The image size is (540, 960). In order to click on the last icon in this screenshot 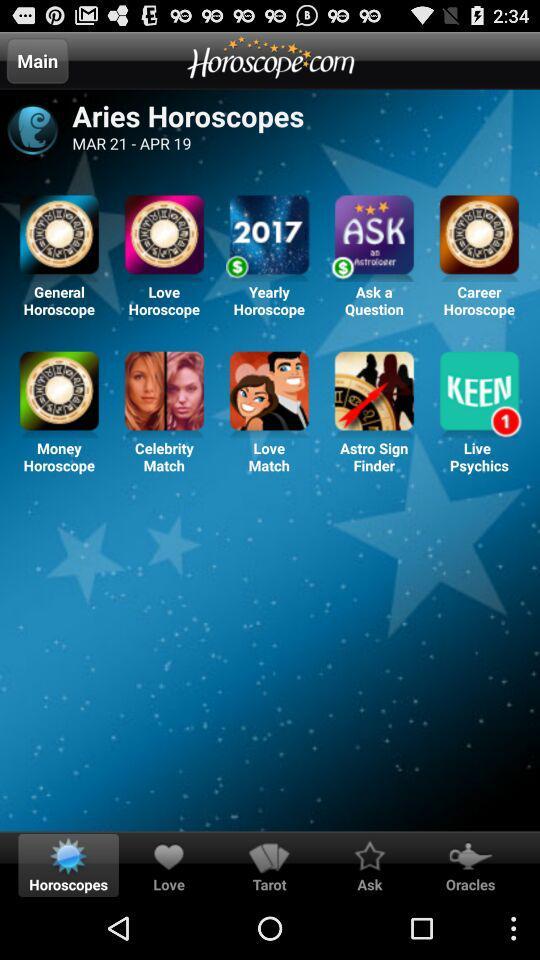, I will do `click(478, 393)`.